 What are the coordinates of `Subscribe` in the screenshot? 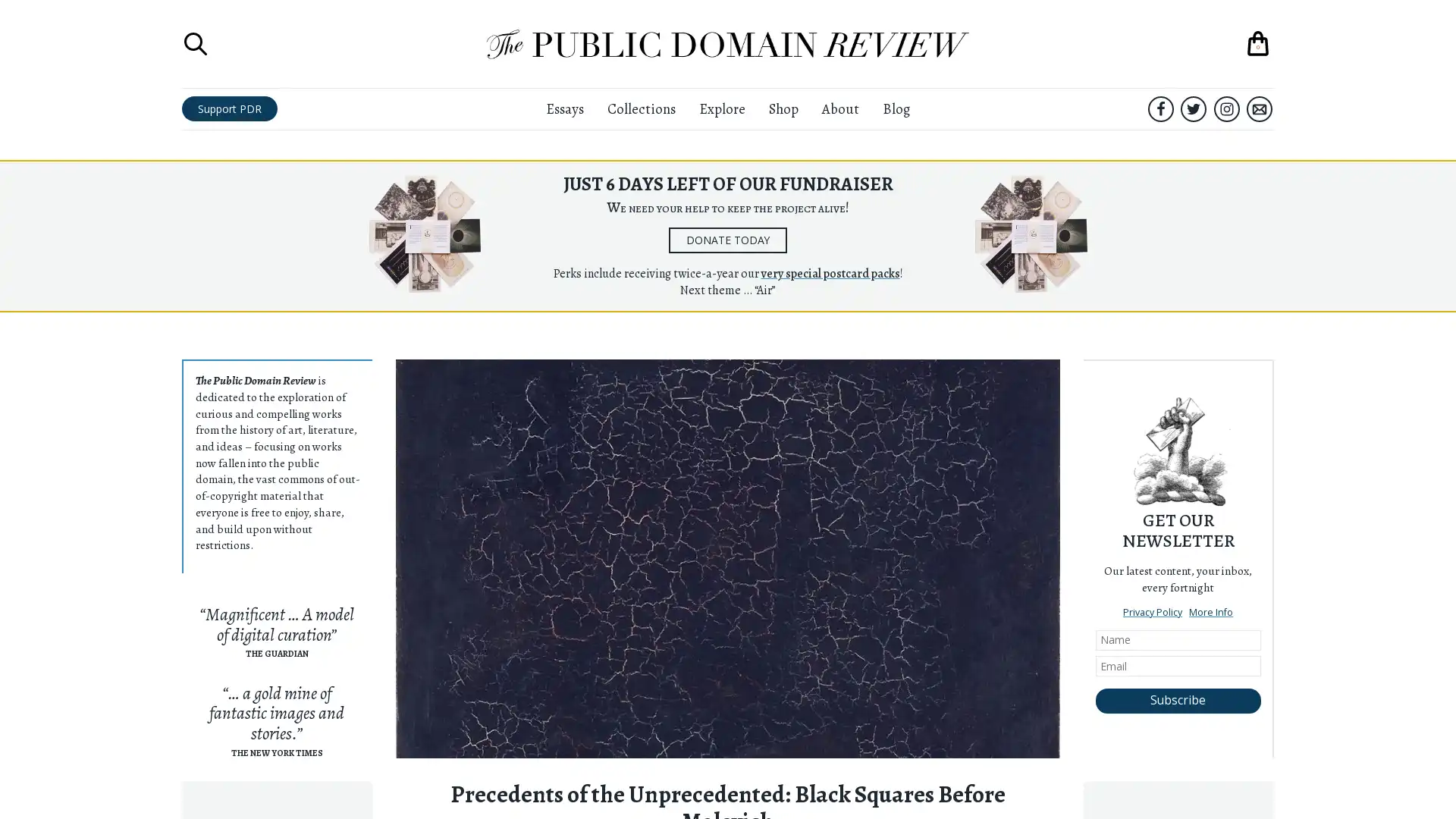 It's located at (1177, 701).